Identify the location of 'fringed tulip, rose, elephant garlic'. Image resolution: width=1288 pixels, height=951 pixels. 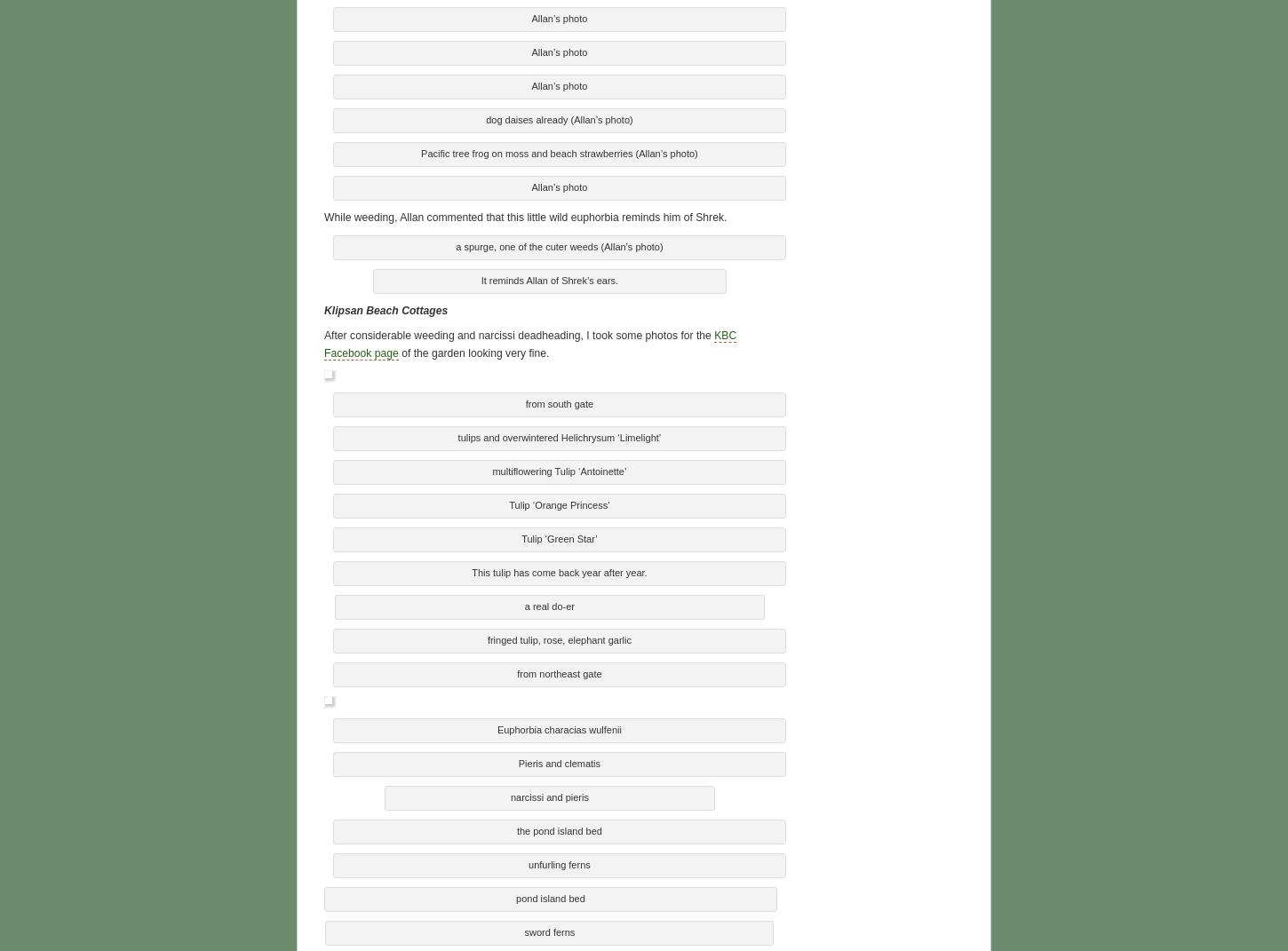
(558, 637).